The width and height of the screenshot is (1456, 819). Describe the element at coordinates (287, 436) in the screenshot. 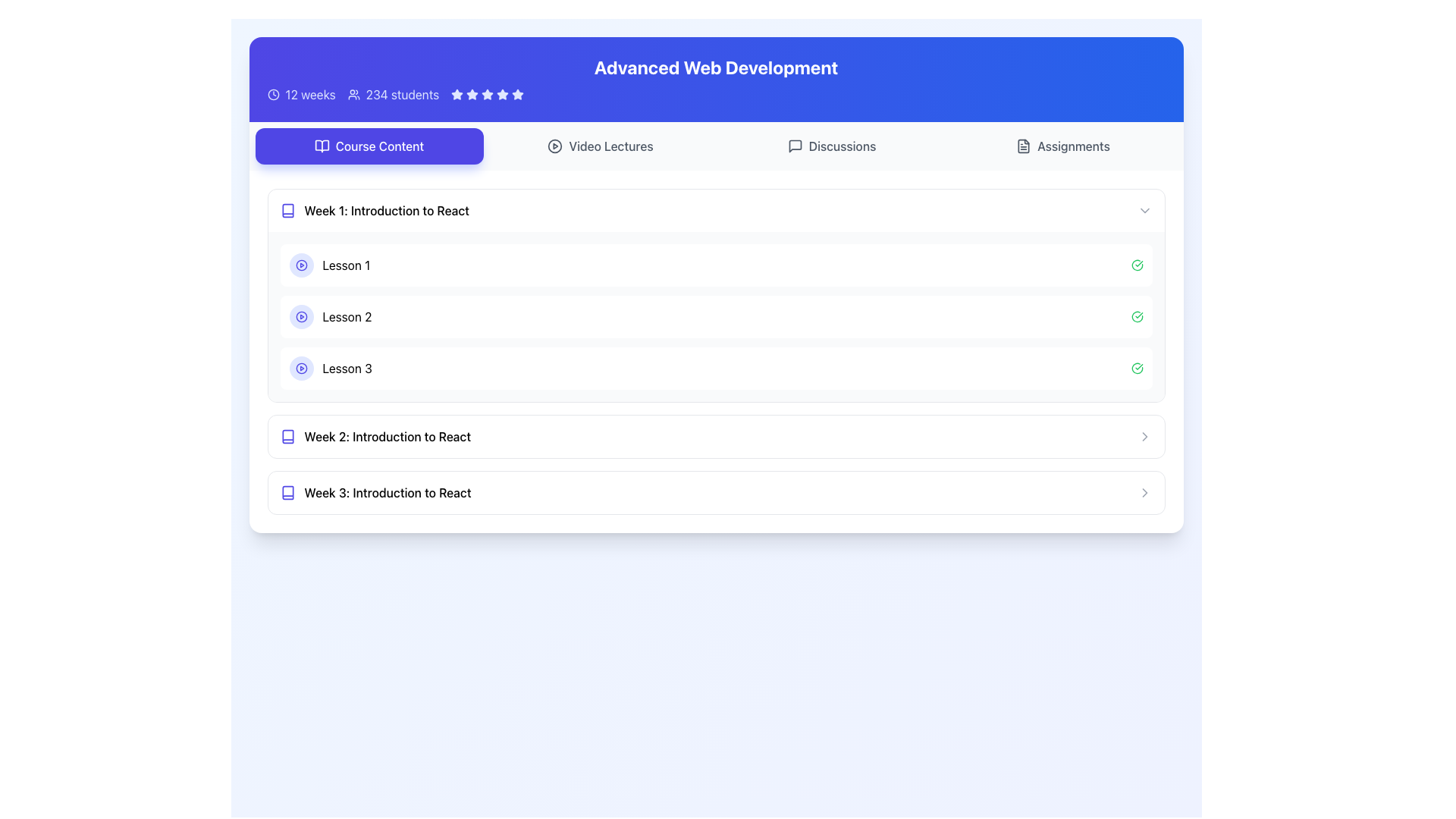

I see `the Book icon located in the left margin of the list item under 'Week 2: Introduction to React' in the 'Course Content' section` at that location.